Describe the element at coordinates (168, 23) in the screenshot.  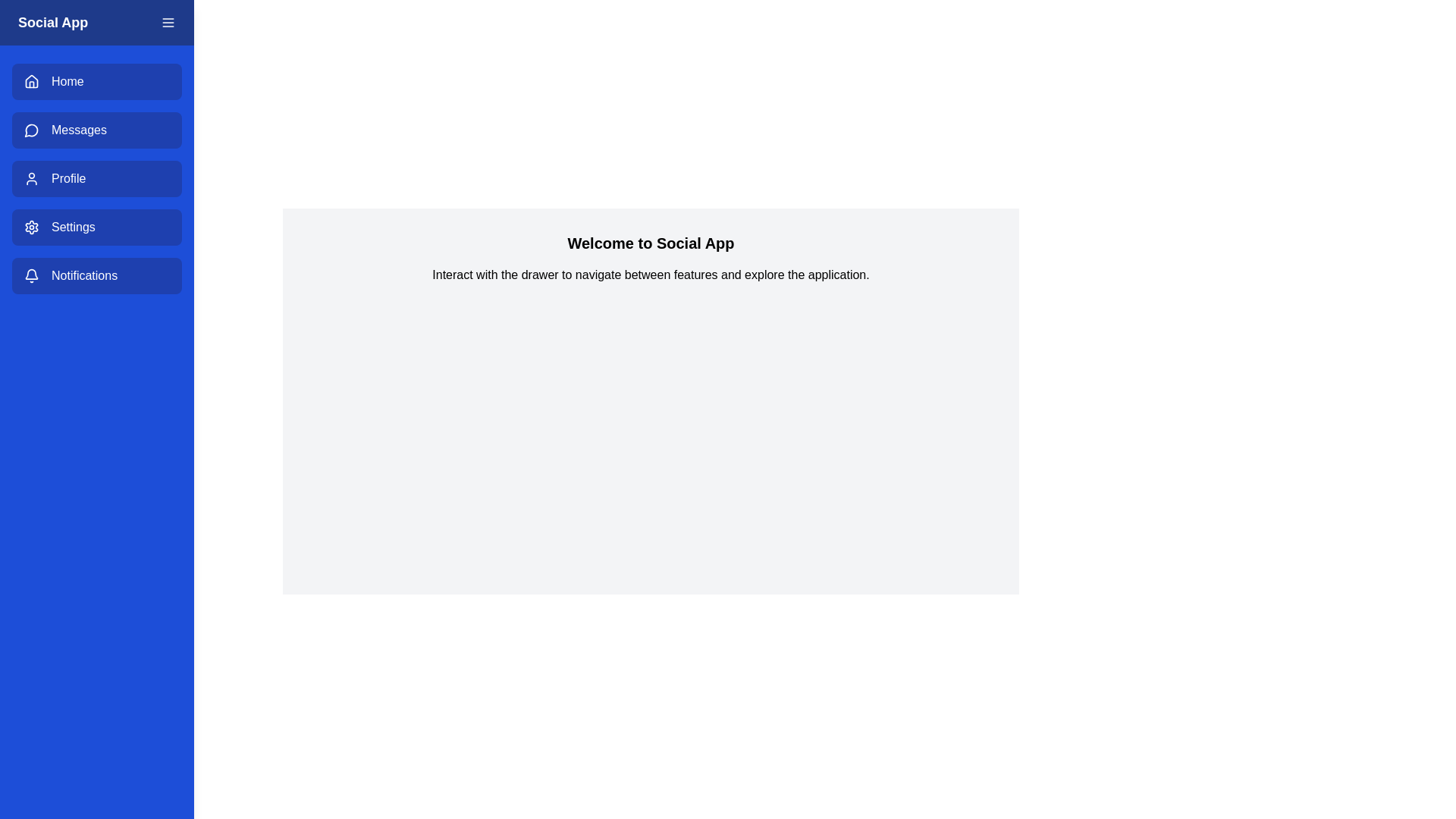
I see `the menu button to toggle the drawer visibility` at that location.